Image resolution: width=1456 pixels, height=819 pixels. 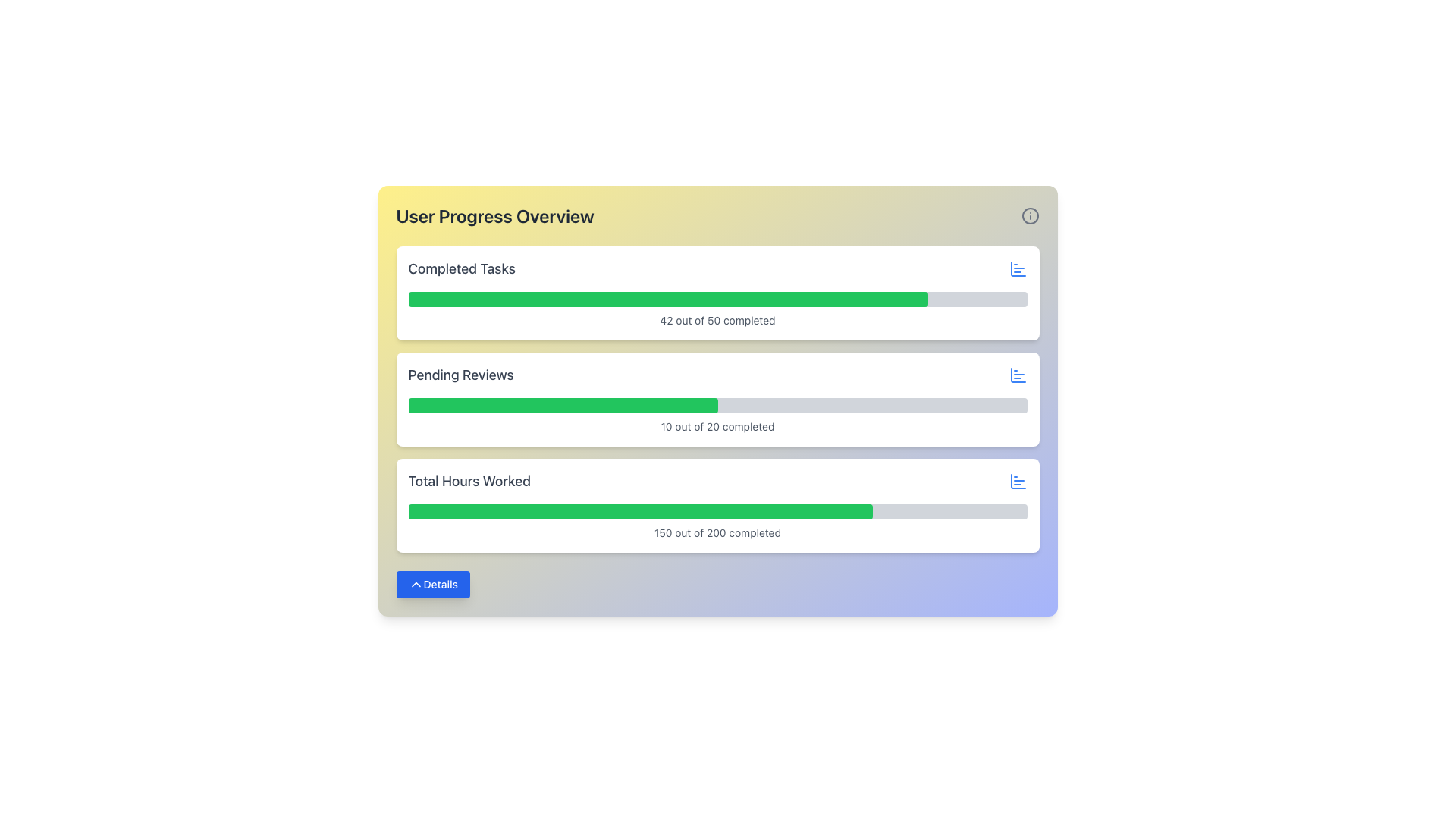 What do you see at coordinates (717, 299) in the screenshot?
I see `the progress bar indicating 84% completion located in the 'Completed Tasks' card, positioned below its heading` at bounding box center [717, 299].